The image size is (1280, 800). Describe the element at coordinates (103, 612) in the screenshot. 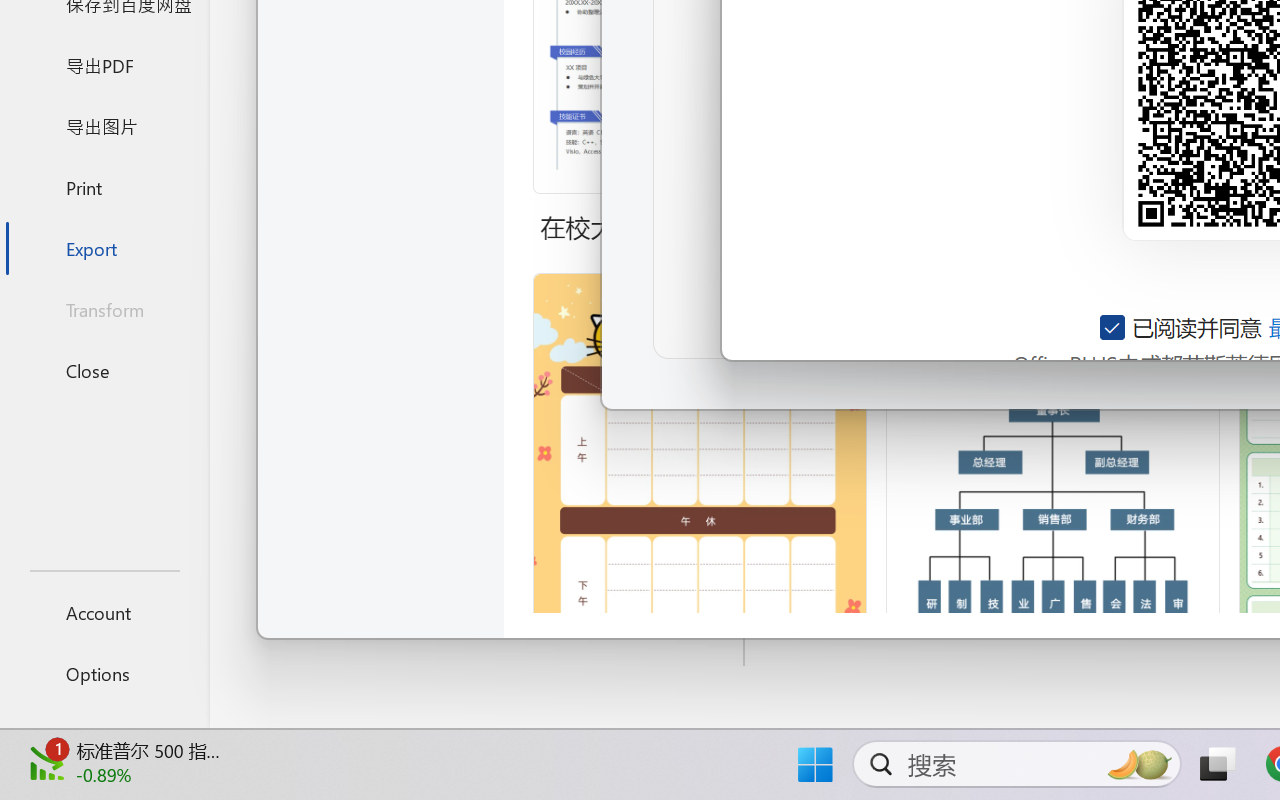

I see `'Account'` at that location.